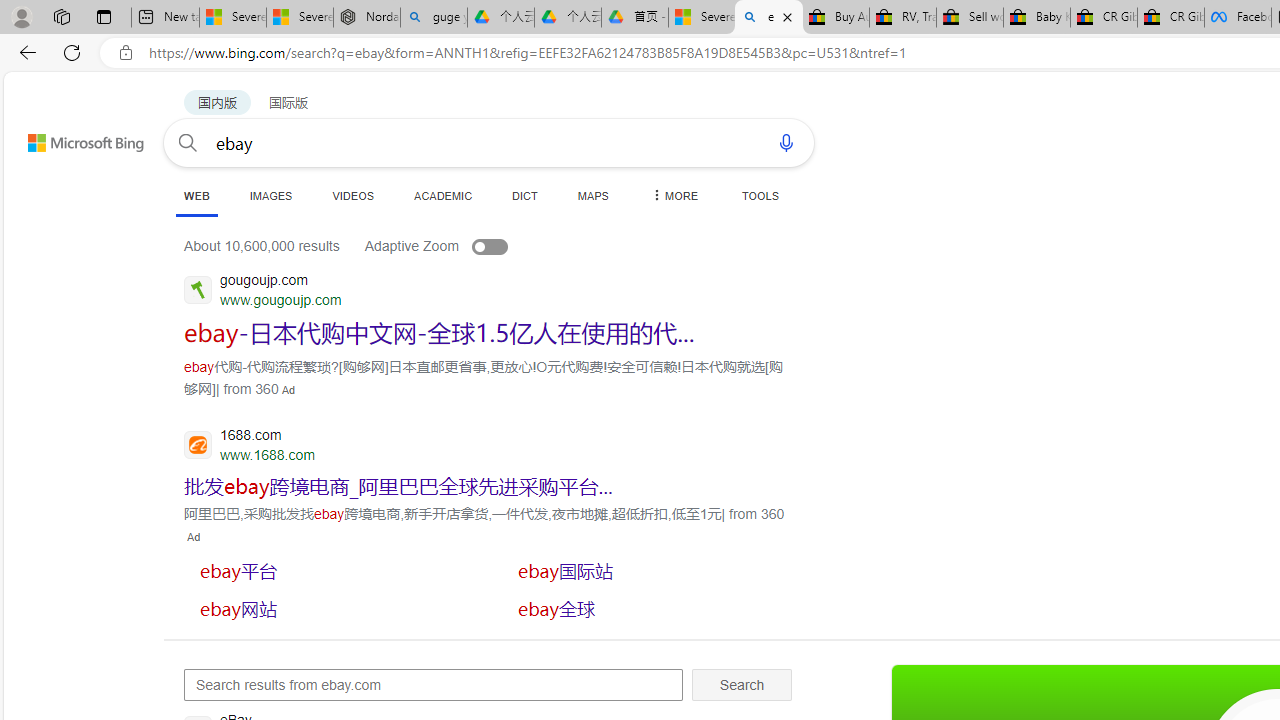 The width and height of the screenshot is (1280, 720). Describe the element at coordinates (197, 195) in the screenshot. I see `'WEB'` at that location.